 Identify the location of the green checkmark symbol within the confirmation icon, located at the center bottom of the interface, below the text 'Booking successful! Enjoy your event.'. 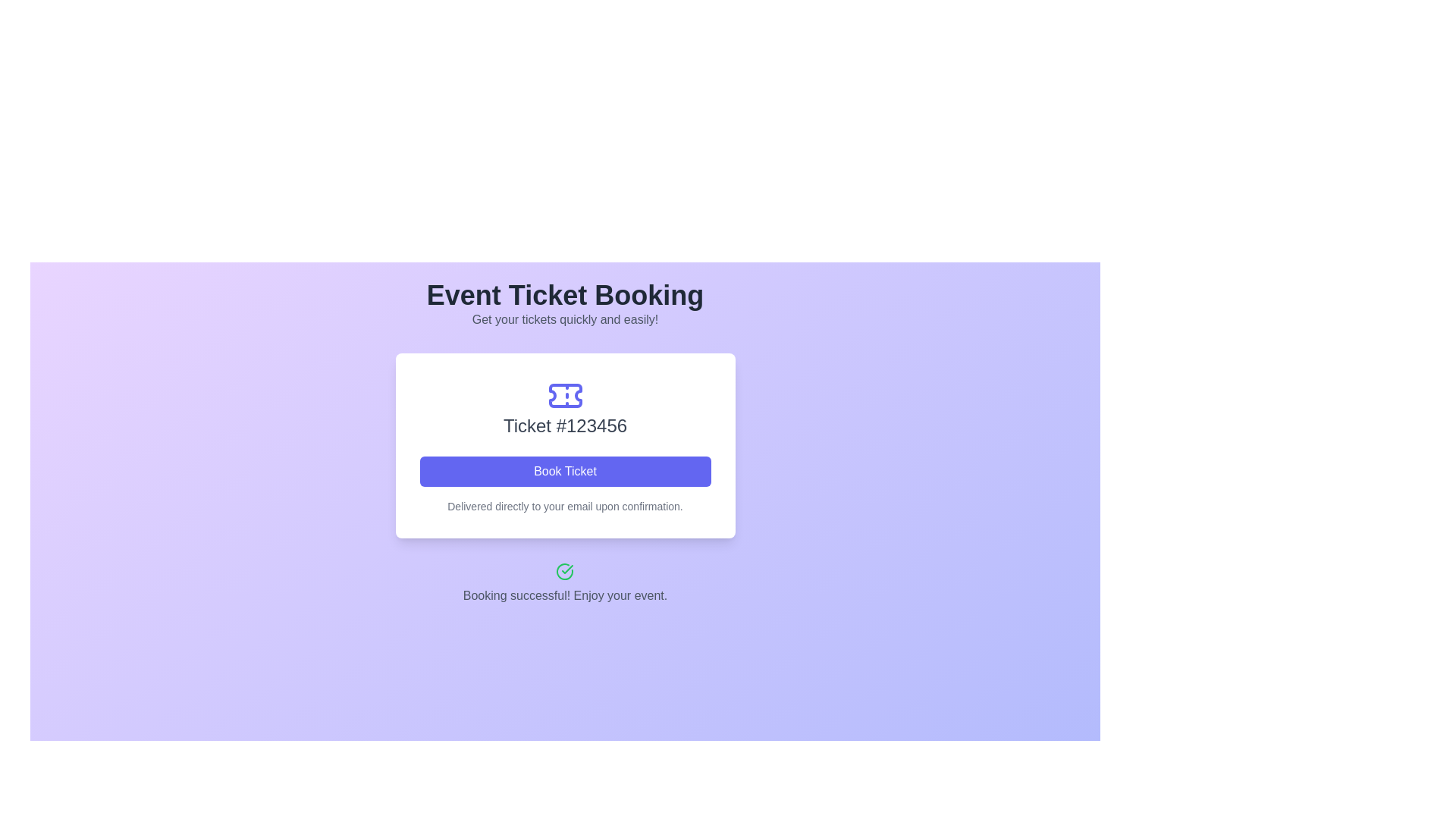
(564, 571).